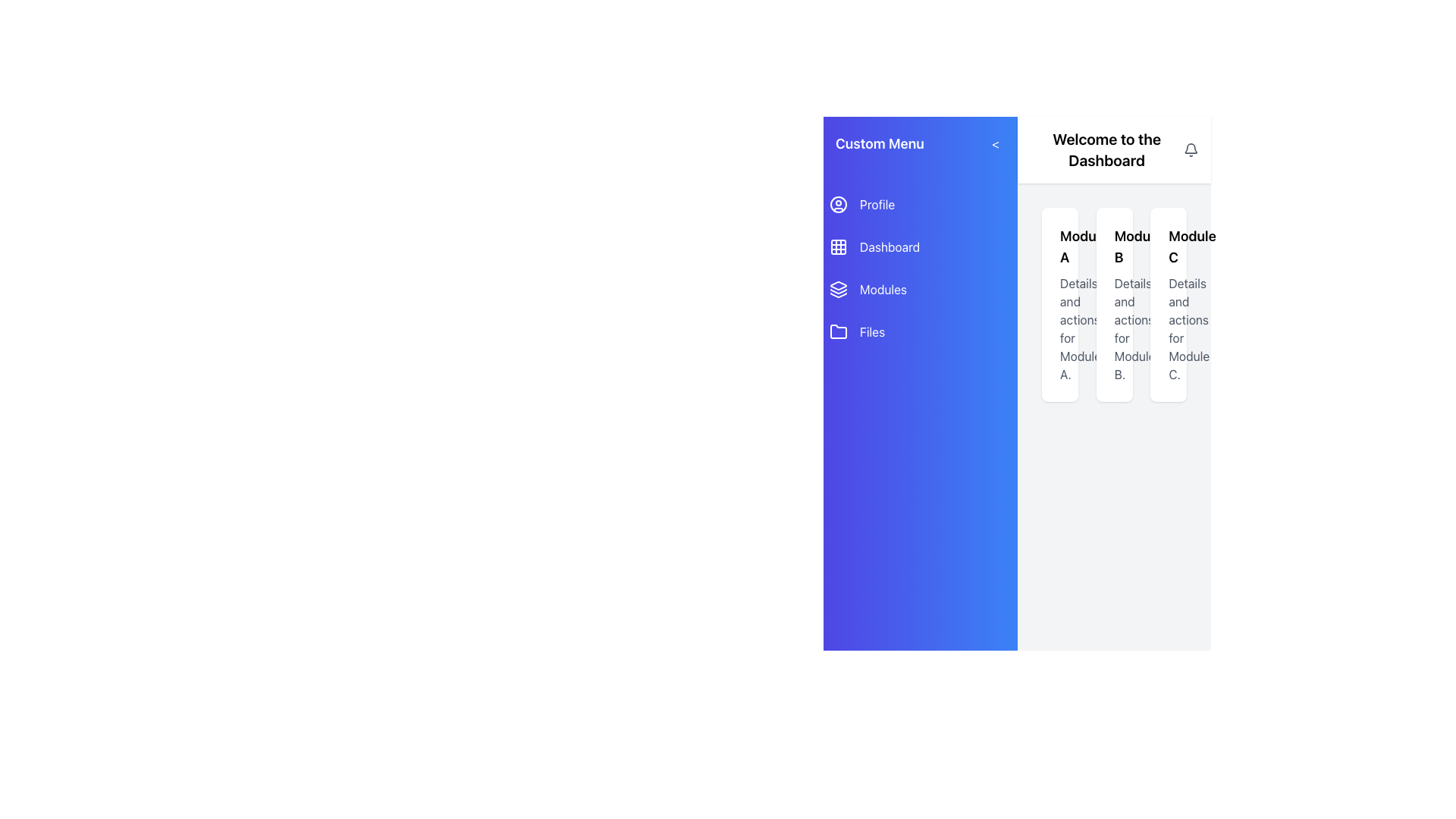  Describe the element at coordinates (920, 143) in the screenshot. I see `the interactive icon next to the title of the sidebar menu` at that location.